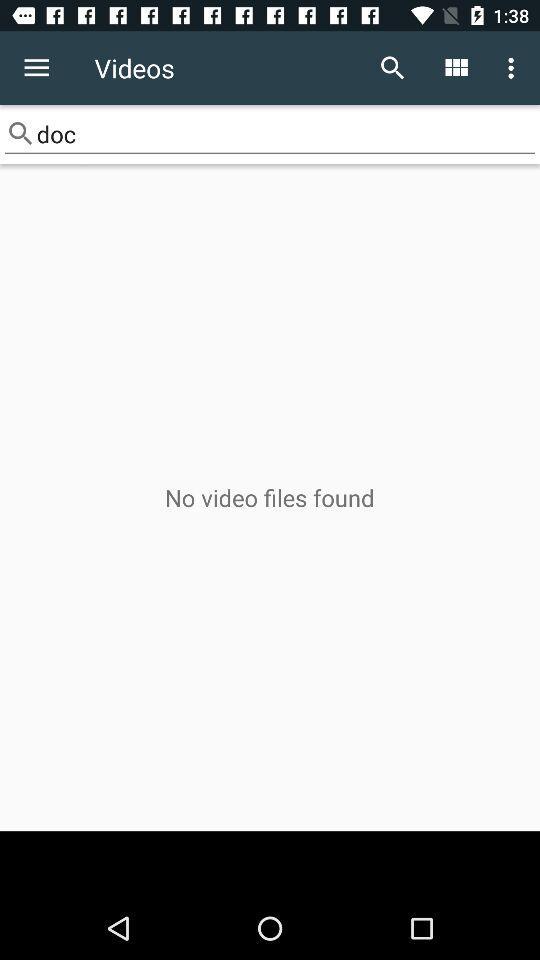 The width and height of the screenshot is (540, 960). I want to click on item above the doc, so click(393, 68).